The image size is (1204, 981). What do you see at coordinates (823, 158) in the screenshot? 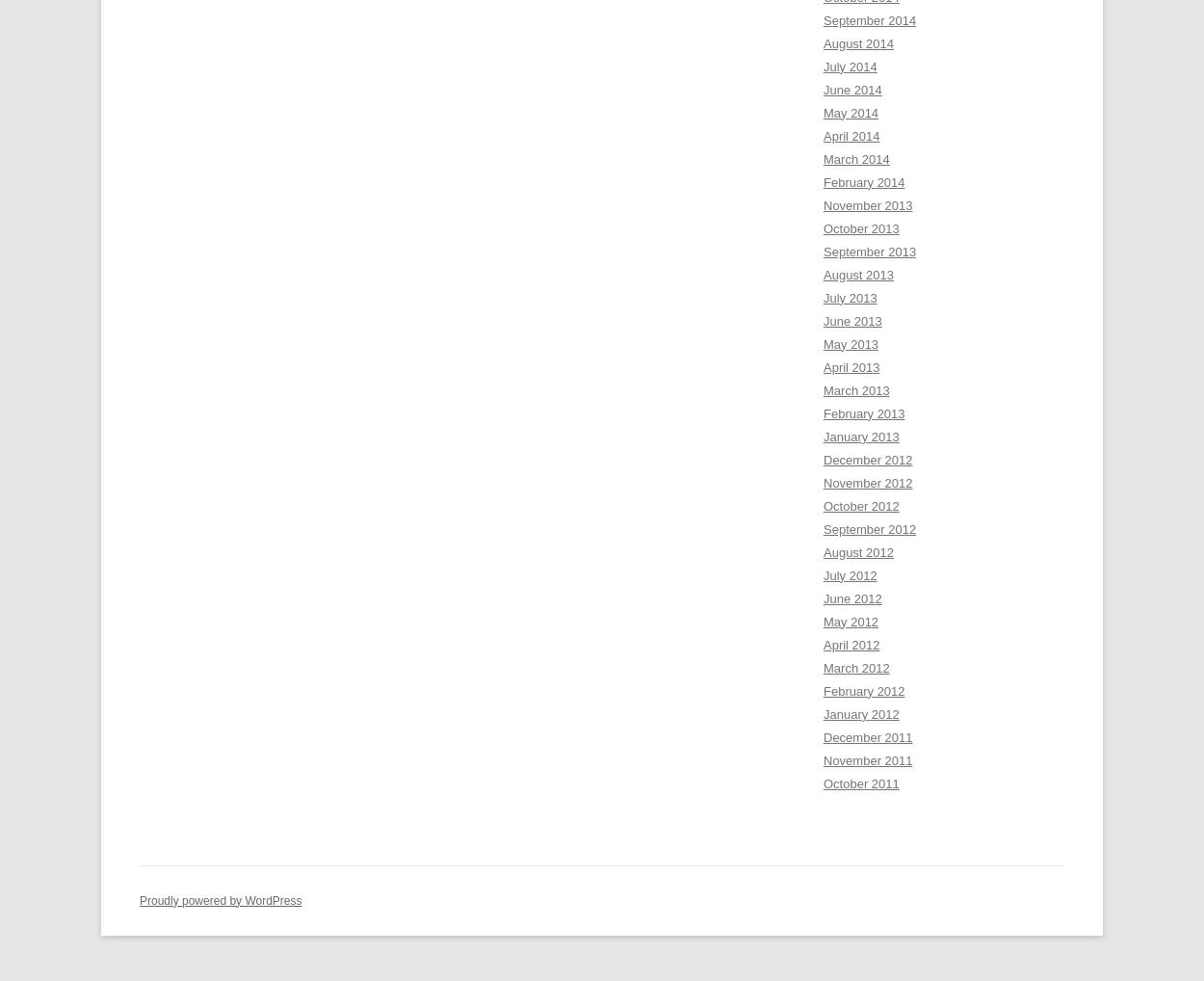
I see `'March 2014'` at bounding box center [823, 158].